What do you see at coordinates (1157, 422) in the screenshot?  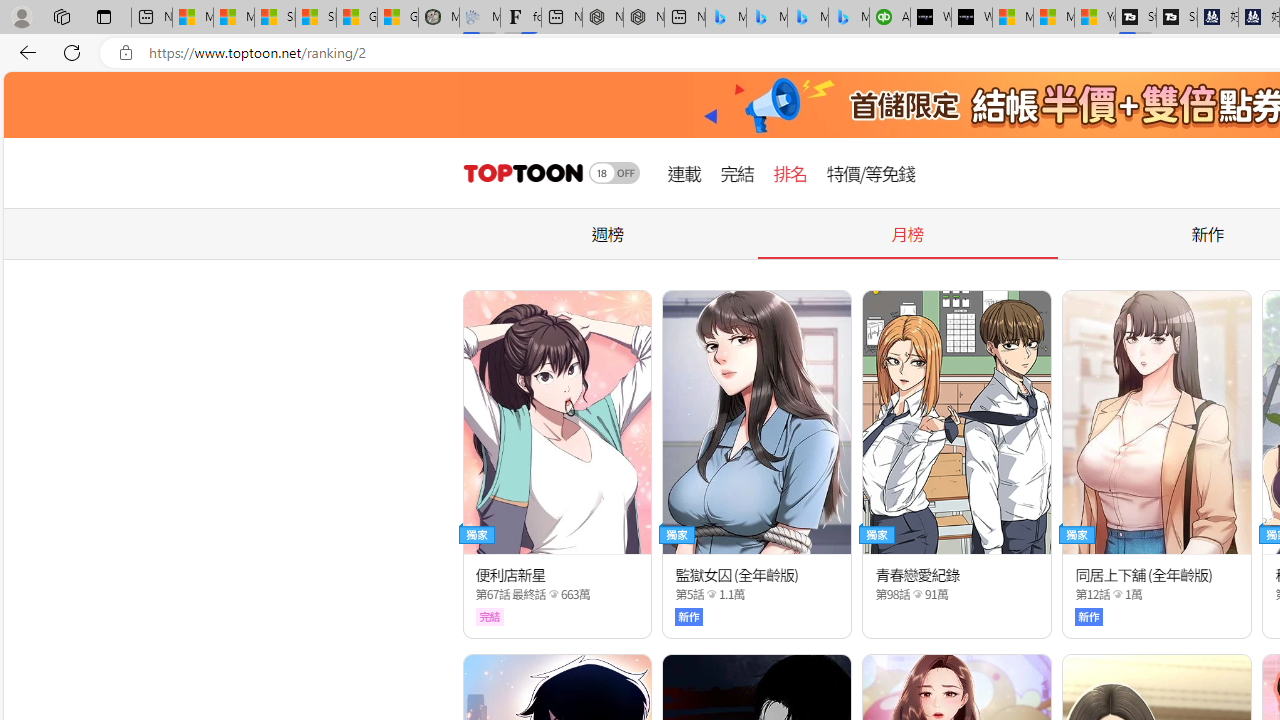 I see `'Class: thumb_img'` at bounding box center [1157, 422].